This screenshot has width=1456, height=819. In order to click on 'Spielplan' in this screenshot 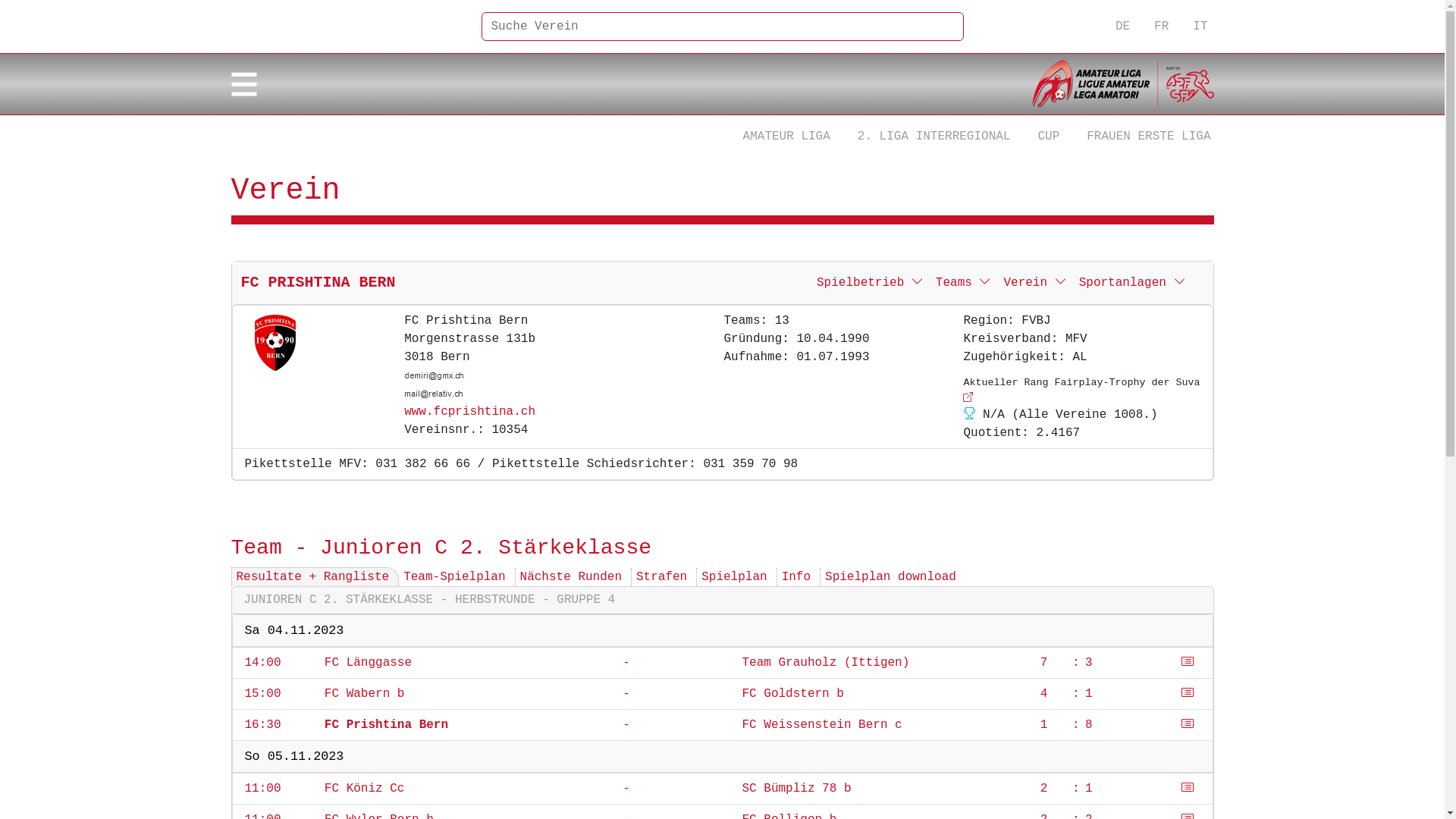, I will do `click(734, 576)`.